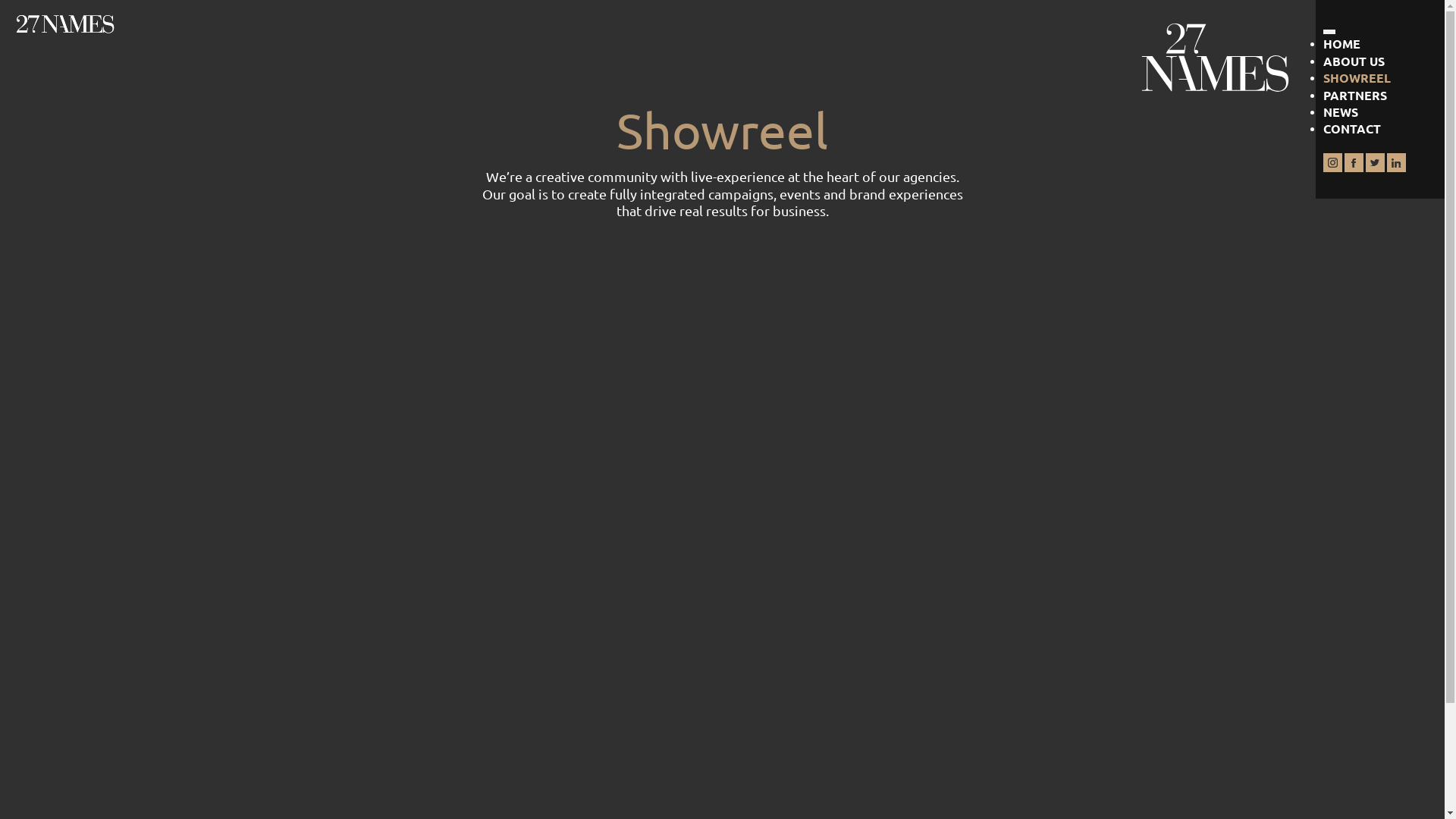  Describe the element at coordinates (1351, 127) in the screenshot. I see `'CONTACT'` at that location.